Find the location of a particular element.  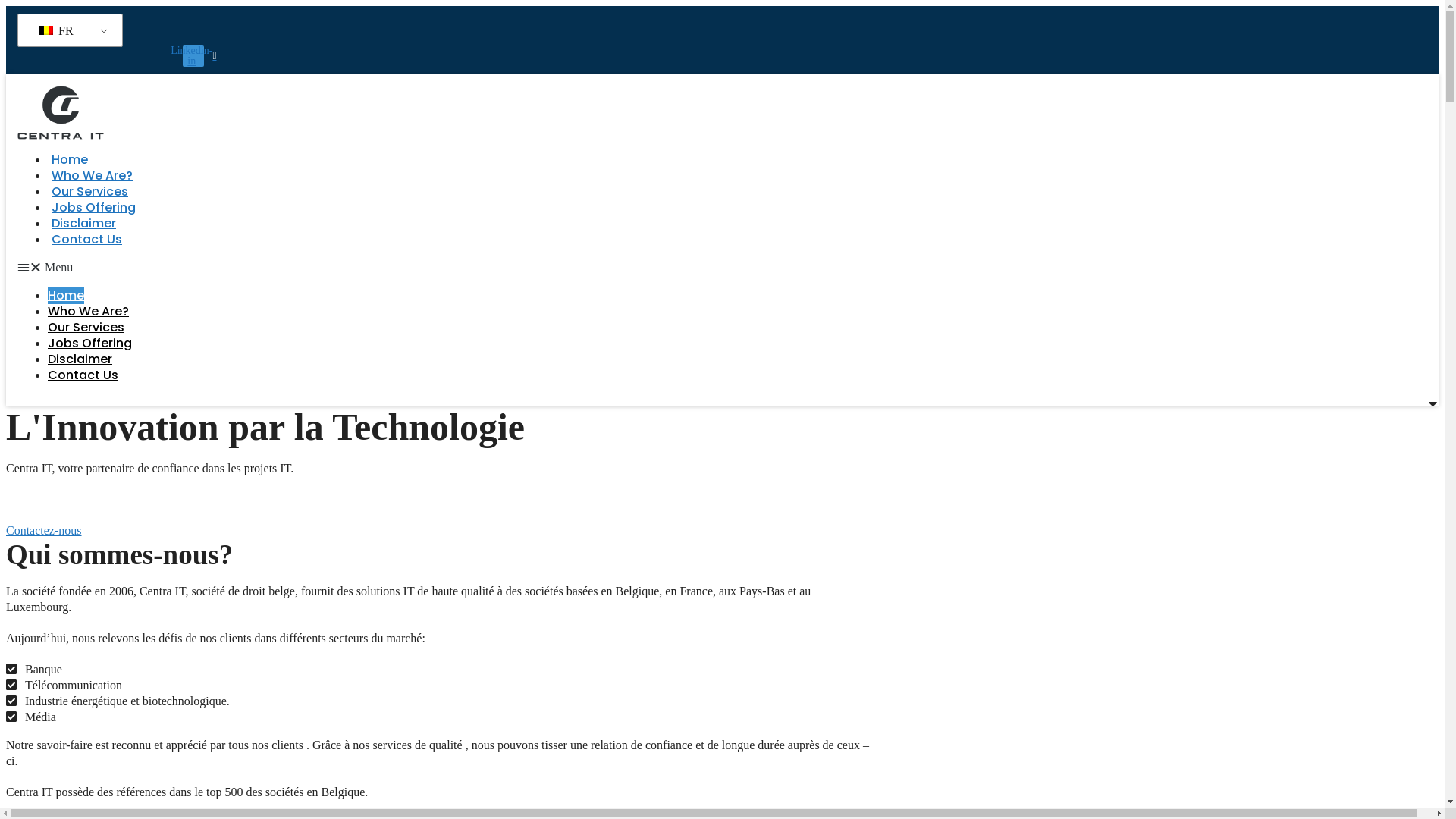

'Linkedin-in' is located at coordinates (182, 55).